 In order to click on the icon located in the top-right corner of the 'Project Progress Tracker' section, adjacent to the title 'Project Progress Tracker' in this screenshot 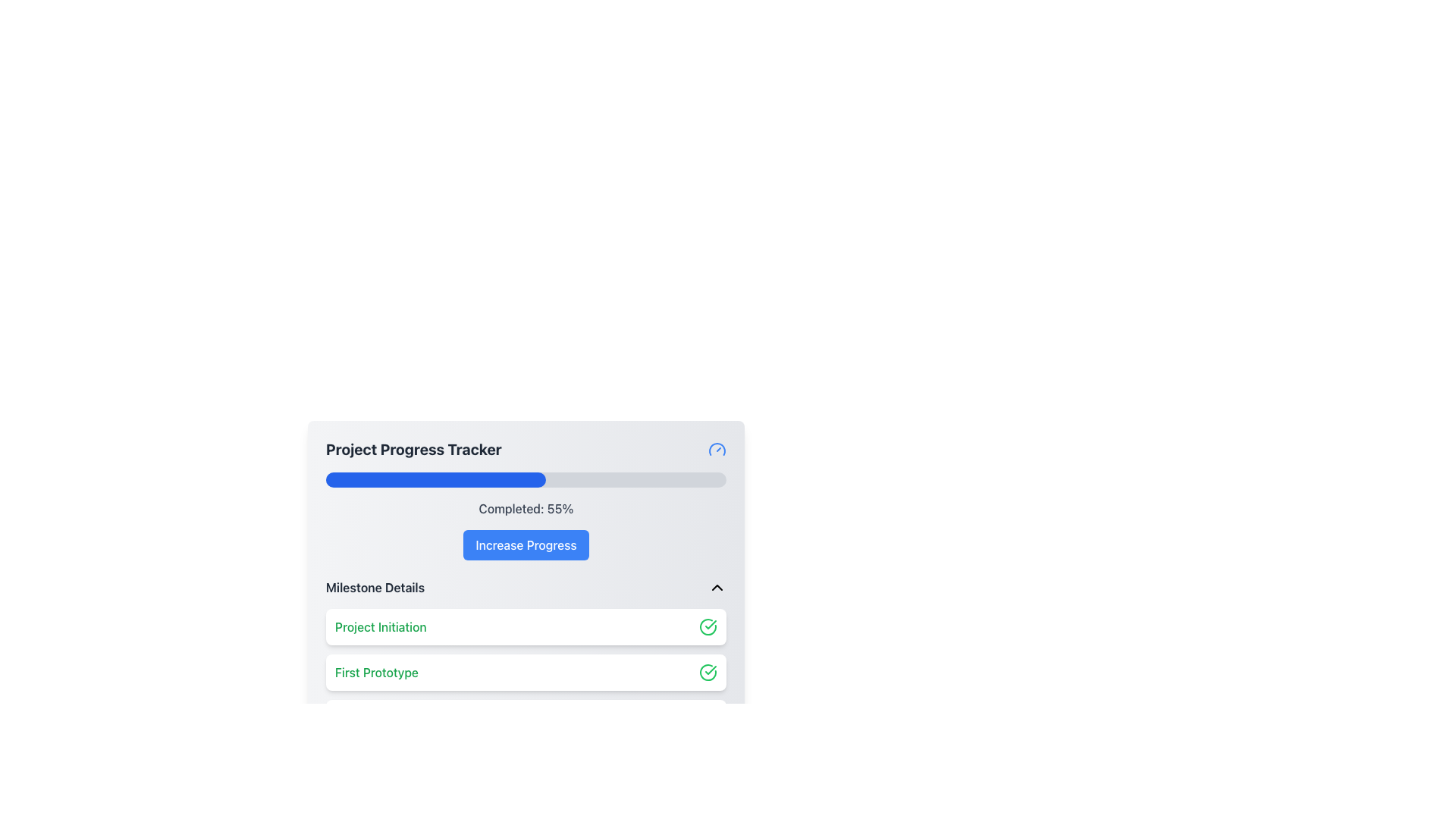, I will do `click(716, 449)`.